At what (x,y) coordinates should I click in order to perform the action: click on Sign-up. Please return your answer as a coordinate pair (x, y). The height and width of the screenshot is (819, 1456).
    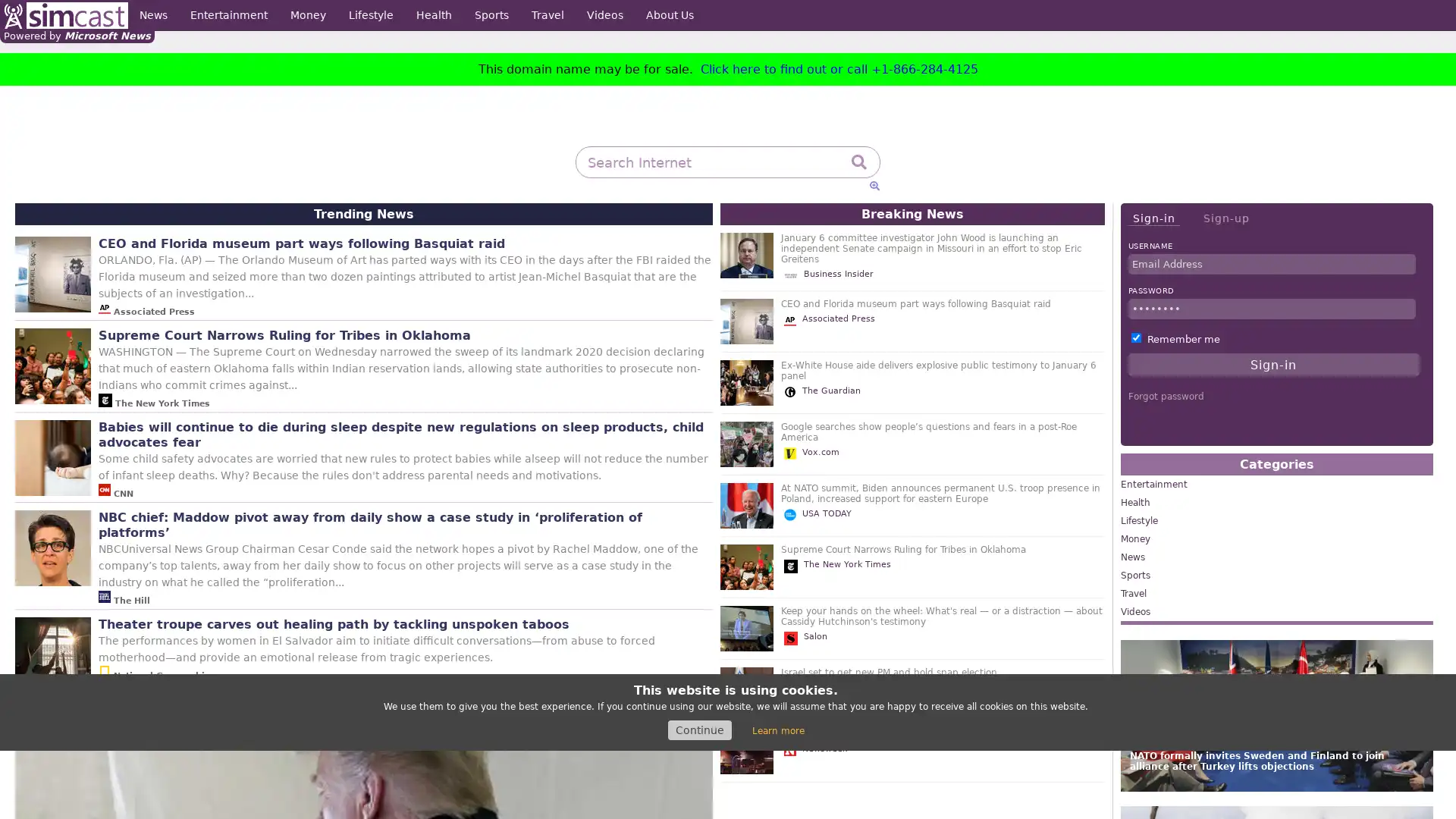
    Looking at the image, I should click on (1225, 218).